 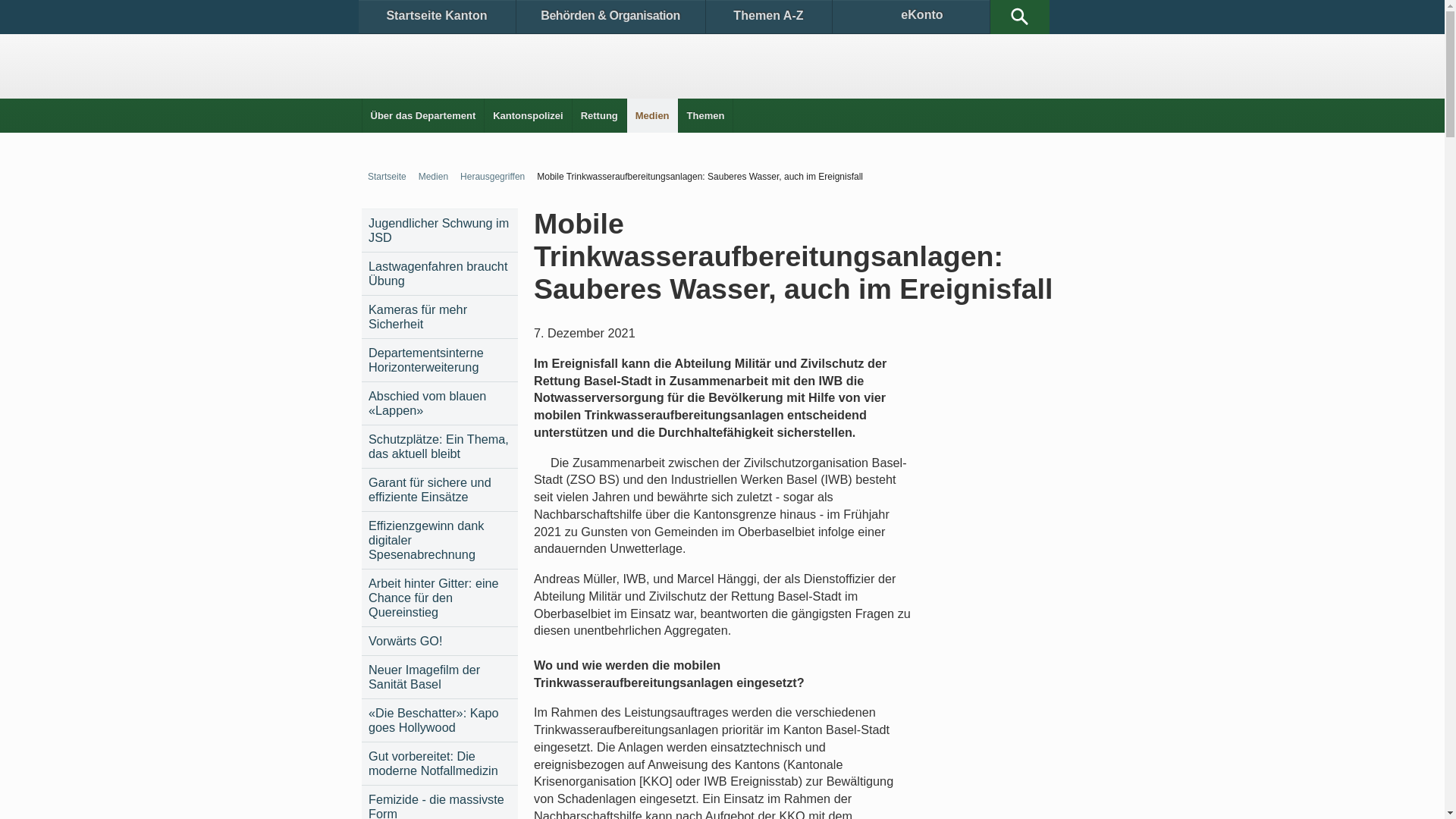 What do you see at coordinates (528, 115) in the screenshot?
I see `'Kantonspolizei'` at bounding box center [528, 115].